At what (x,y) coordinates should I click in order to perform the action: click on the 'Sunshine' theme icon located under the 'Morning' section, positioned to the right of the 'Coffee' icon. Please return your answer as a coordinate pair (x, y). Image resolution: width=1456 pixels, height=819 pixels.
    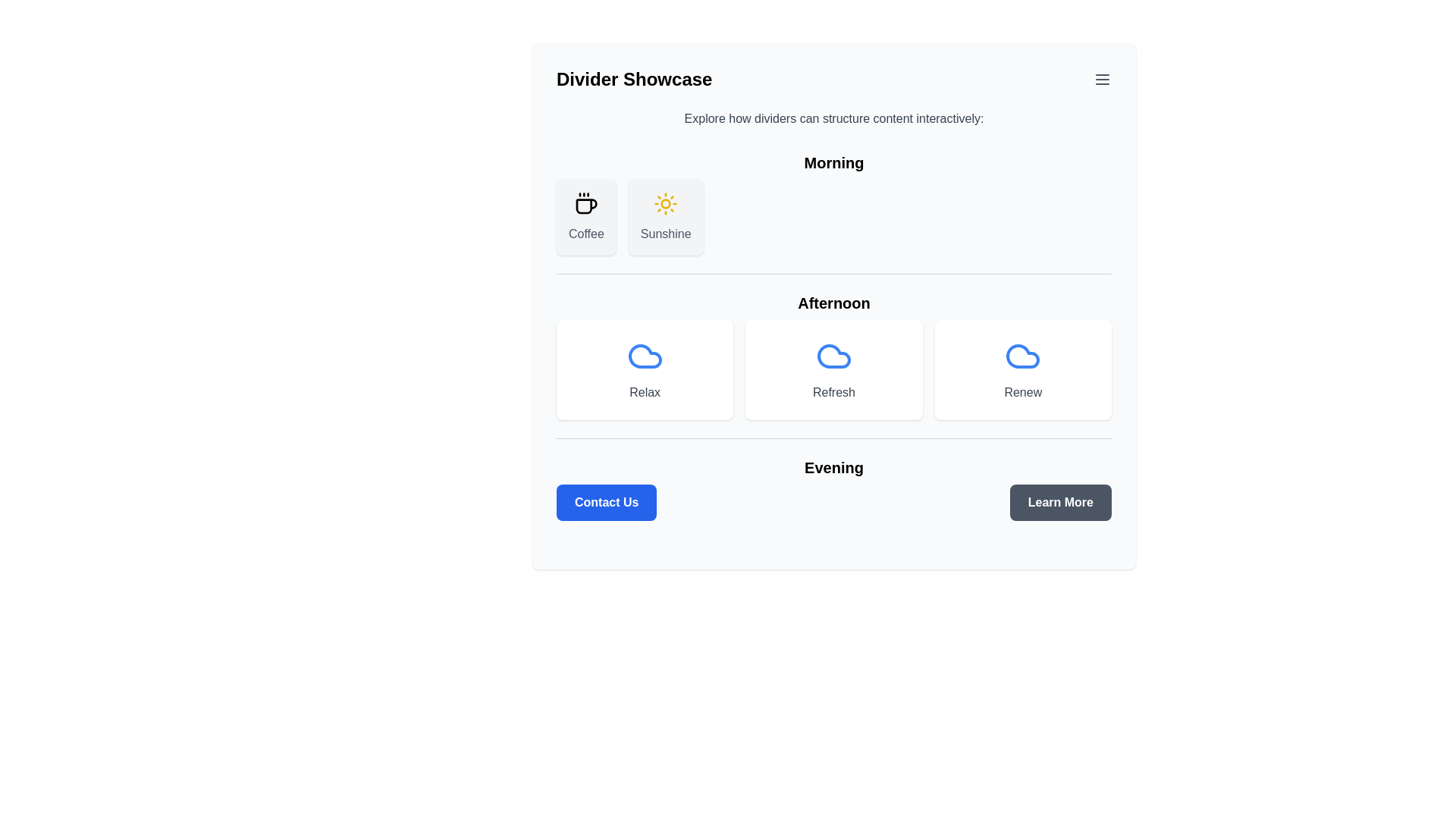
    Looking at the image, I should click on (666, 203).